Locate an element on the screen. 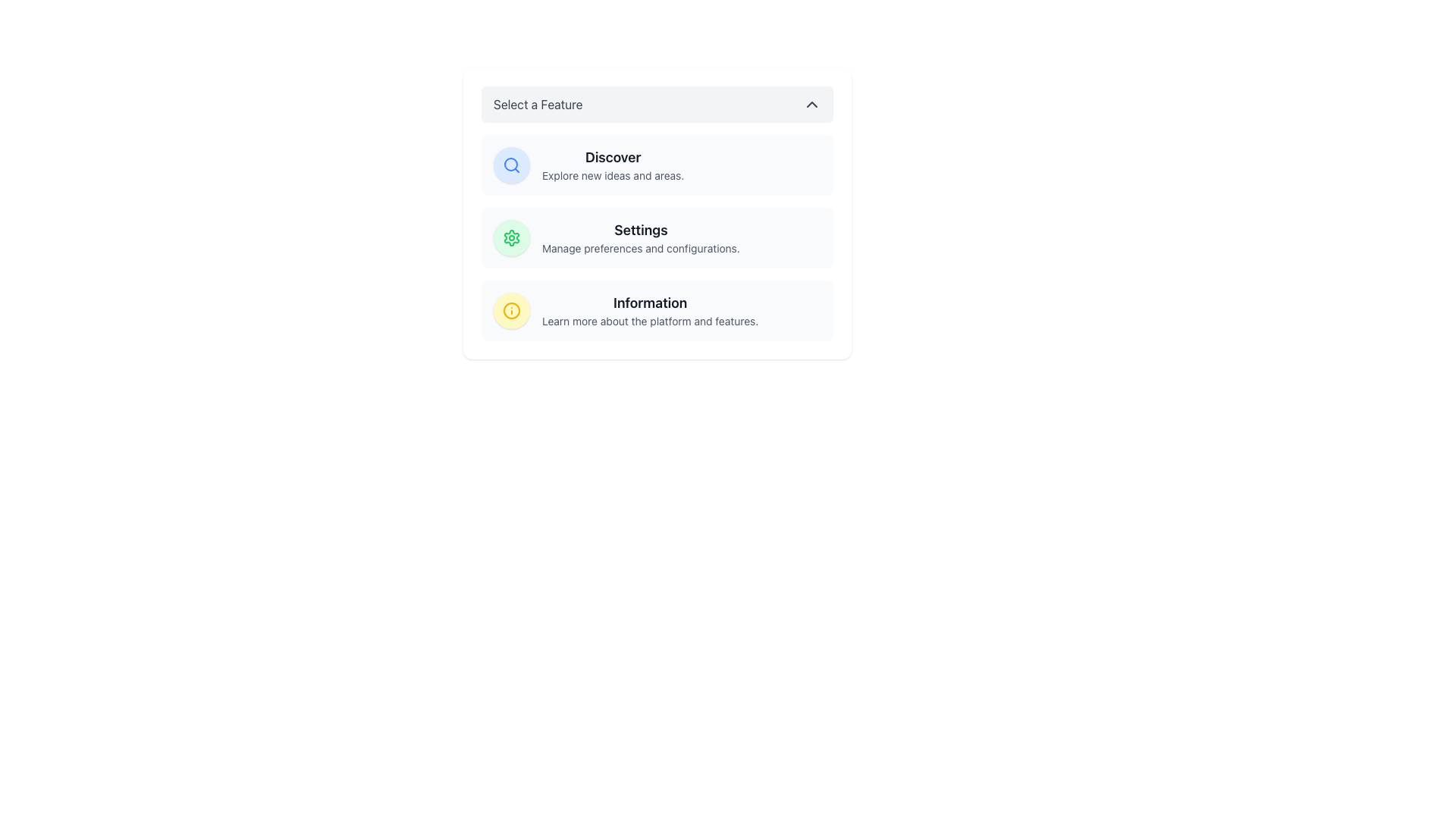 This screenshot has width=1456, height=819. the static text block that displays 'Discover' with the subtext 'Explore new ideas and areas.' is located at coordinates (613, 165).